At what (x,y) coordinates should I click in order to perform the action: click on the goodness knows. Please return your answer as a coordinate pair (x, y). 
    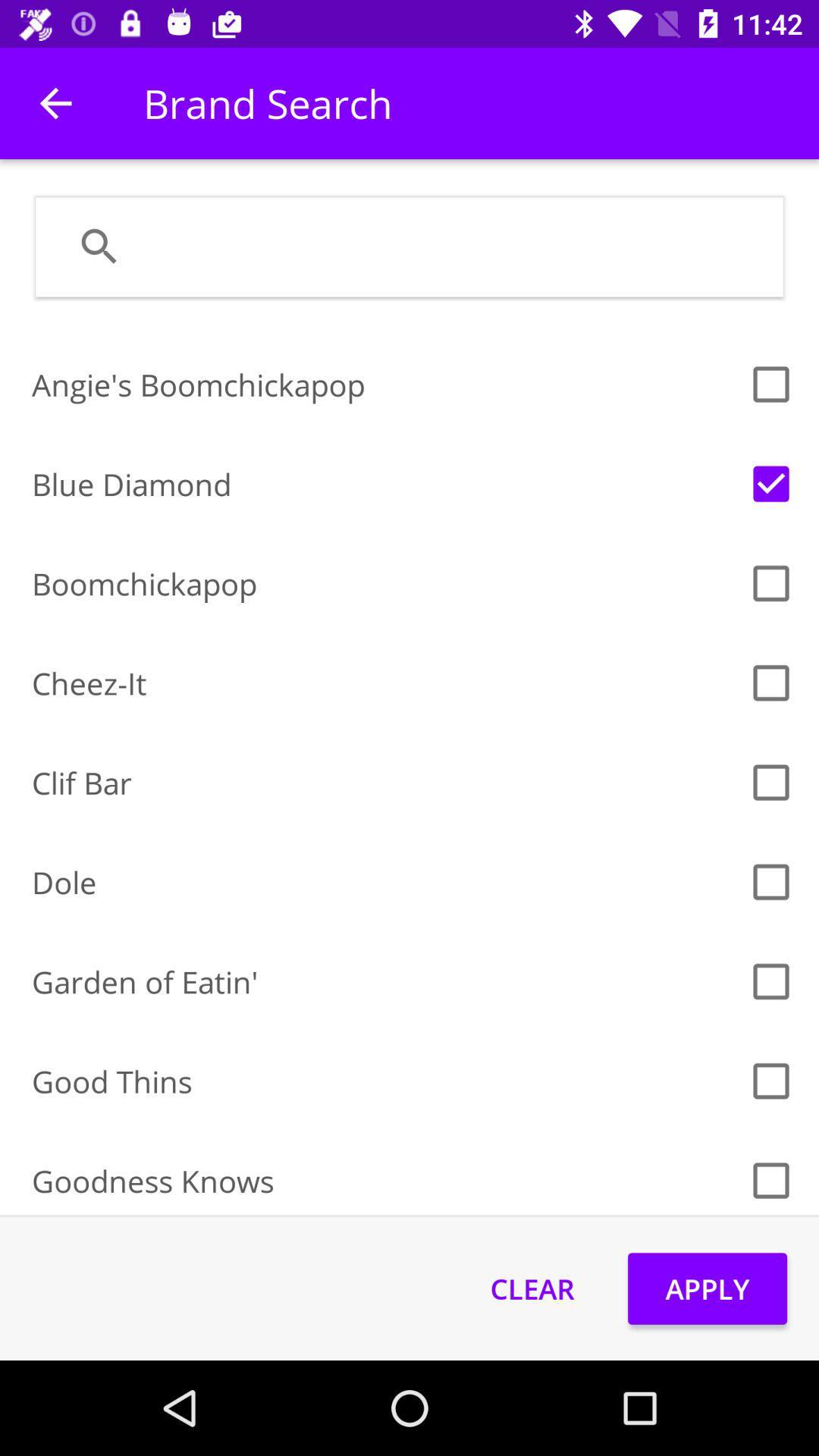
    Looking at the image, I should click on (384, 1180).